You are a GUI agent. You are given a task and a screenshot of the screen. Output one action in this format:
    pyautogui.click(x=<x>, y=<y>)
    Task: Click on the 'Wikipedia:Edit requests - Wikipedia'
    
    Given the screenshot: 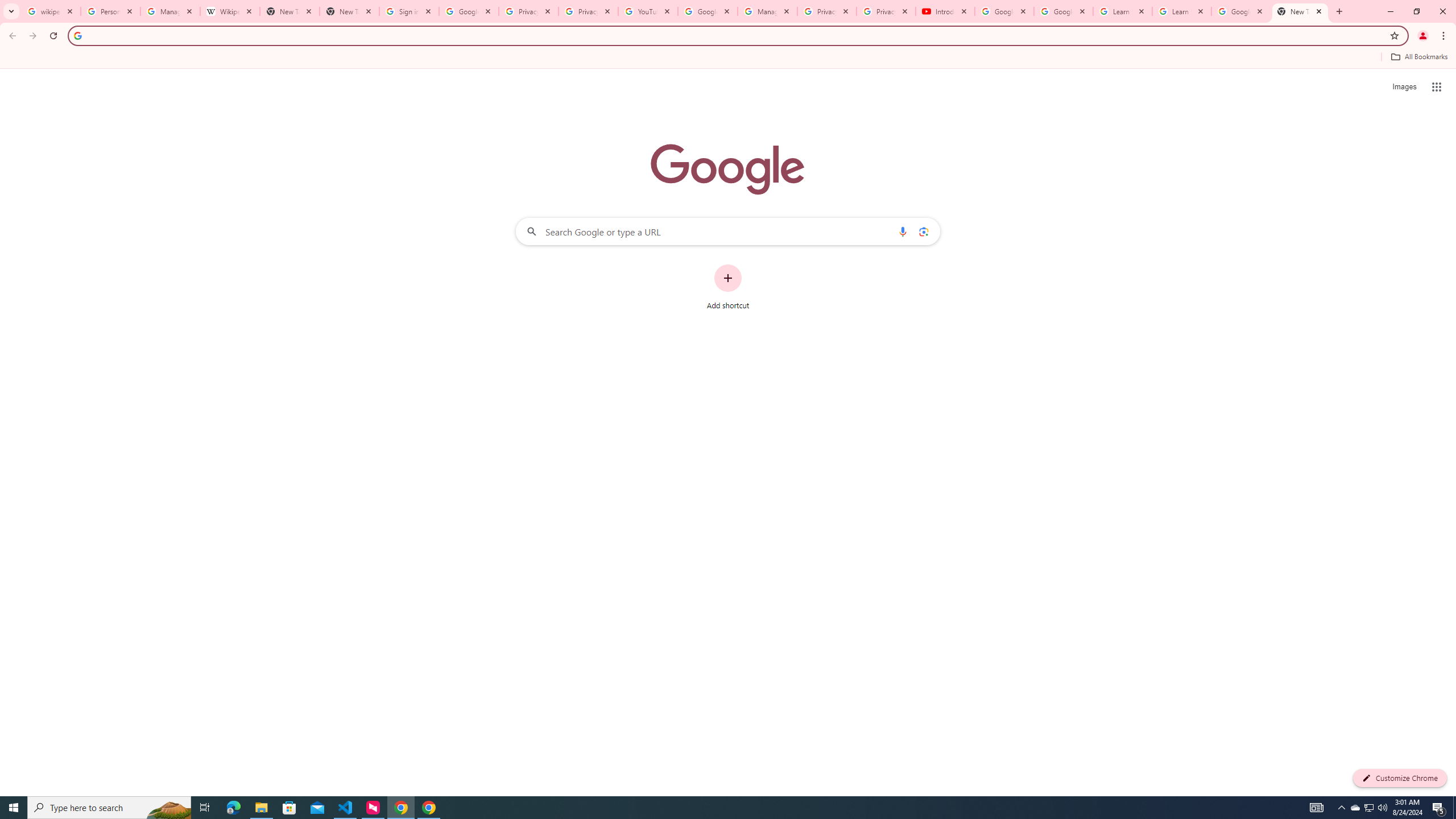 What is the action you would take?
    pyautogui.click(x=229, y=11)
    